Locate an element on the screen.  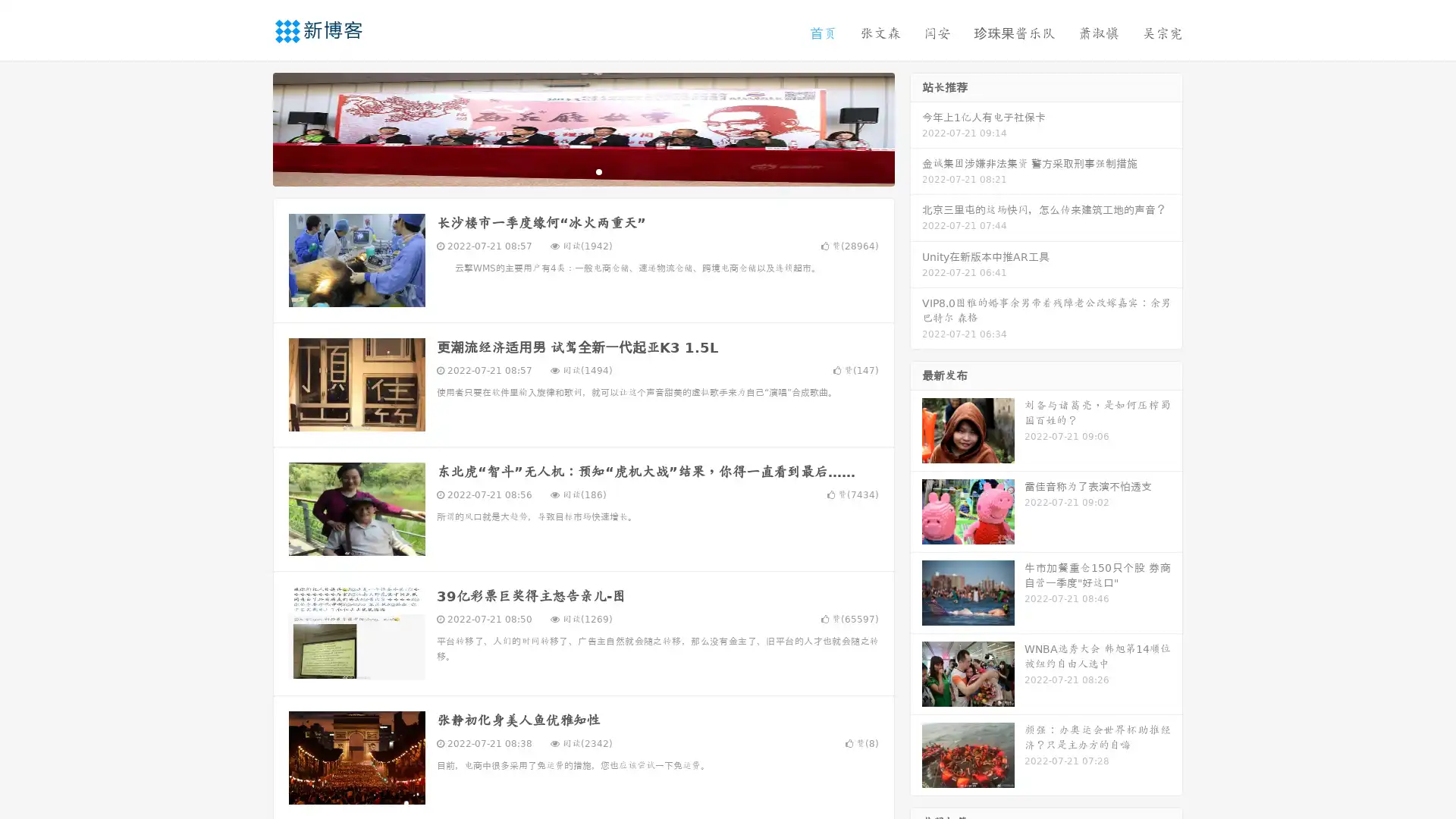
Go to slide 2 is located at coordinates (582, 171).